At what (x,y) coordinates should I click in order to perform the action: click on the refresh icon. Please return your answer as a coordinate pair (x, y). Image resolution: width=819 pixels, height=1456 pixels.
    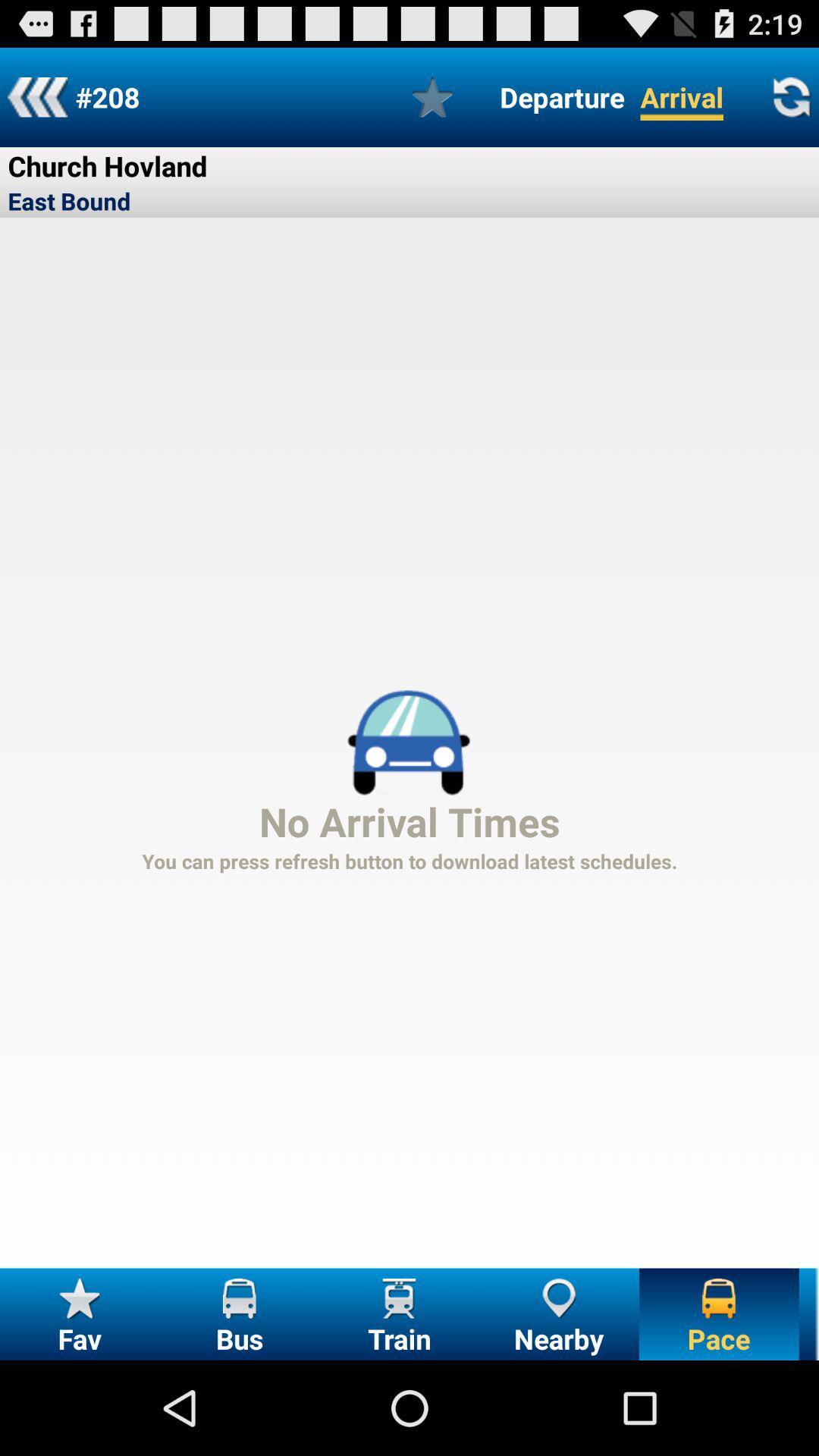
    Looking at the image, I should click on (790, 103).